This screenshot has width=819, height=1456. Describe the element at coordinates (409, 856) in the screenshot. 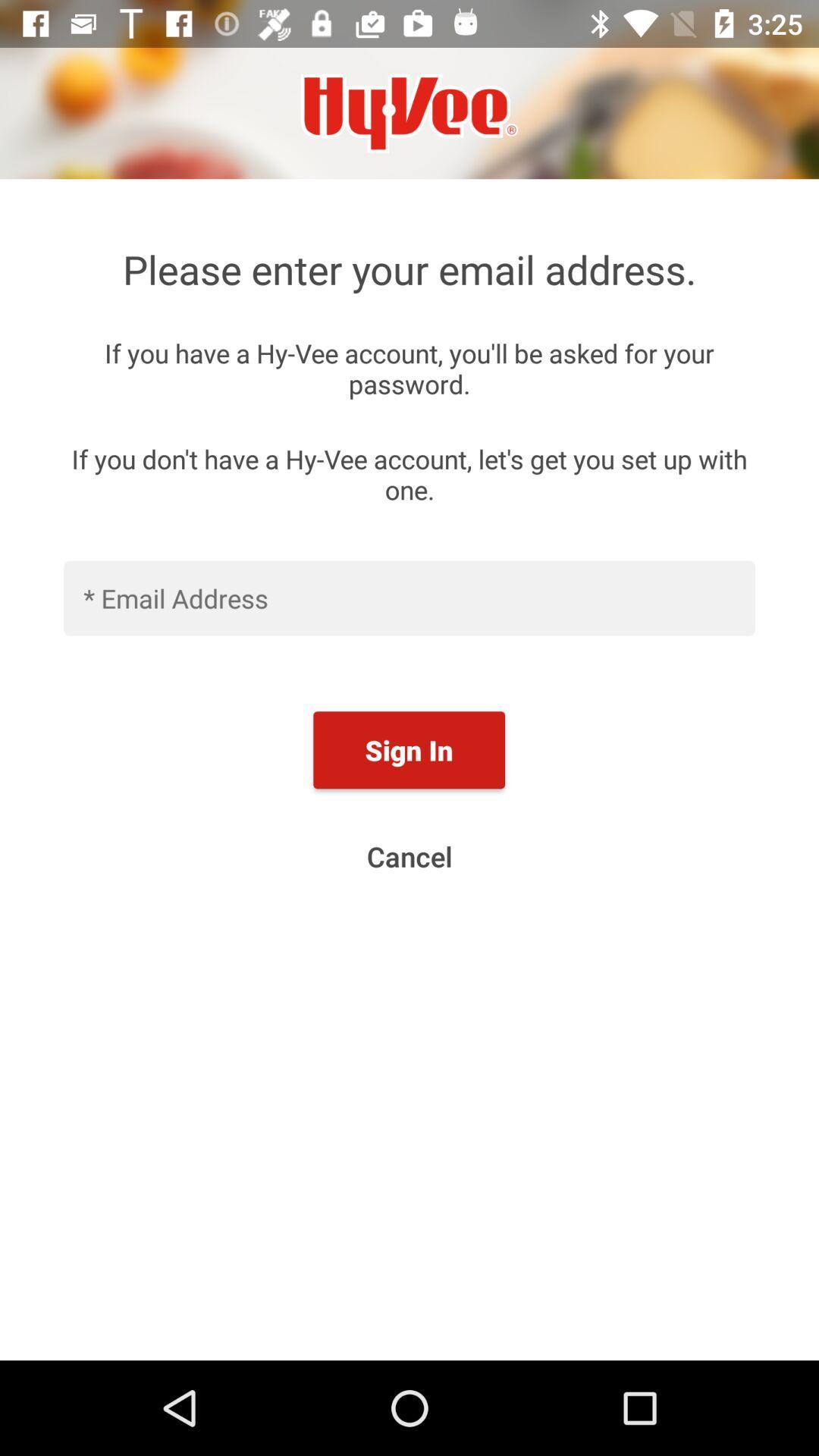

I see `the item below the sign in` at that location.